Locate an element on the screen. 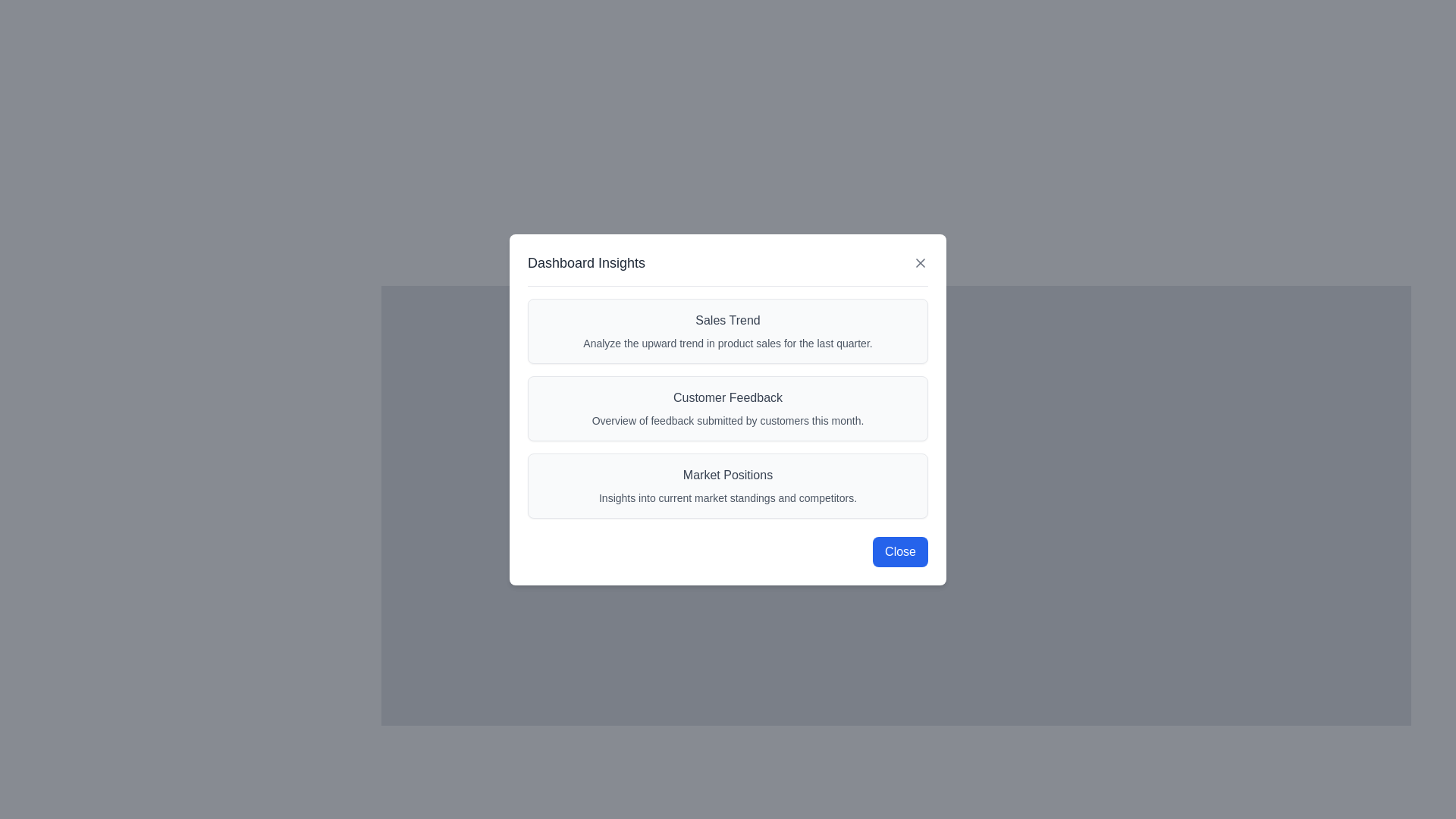  the third Information card located in the modal, positioned below the 'Customer Feedback' card is located at coordinates (728, 485).